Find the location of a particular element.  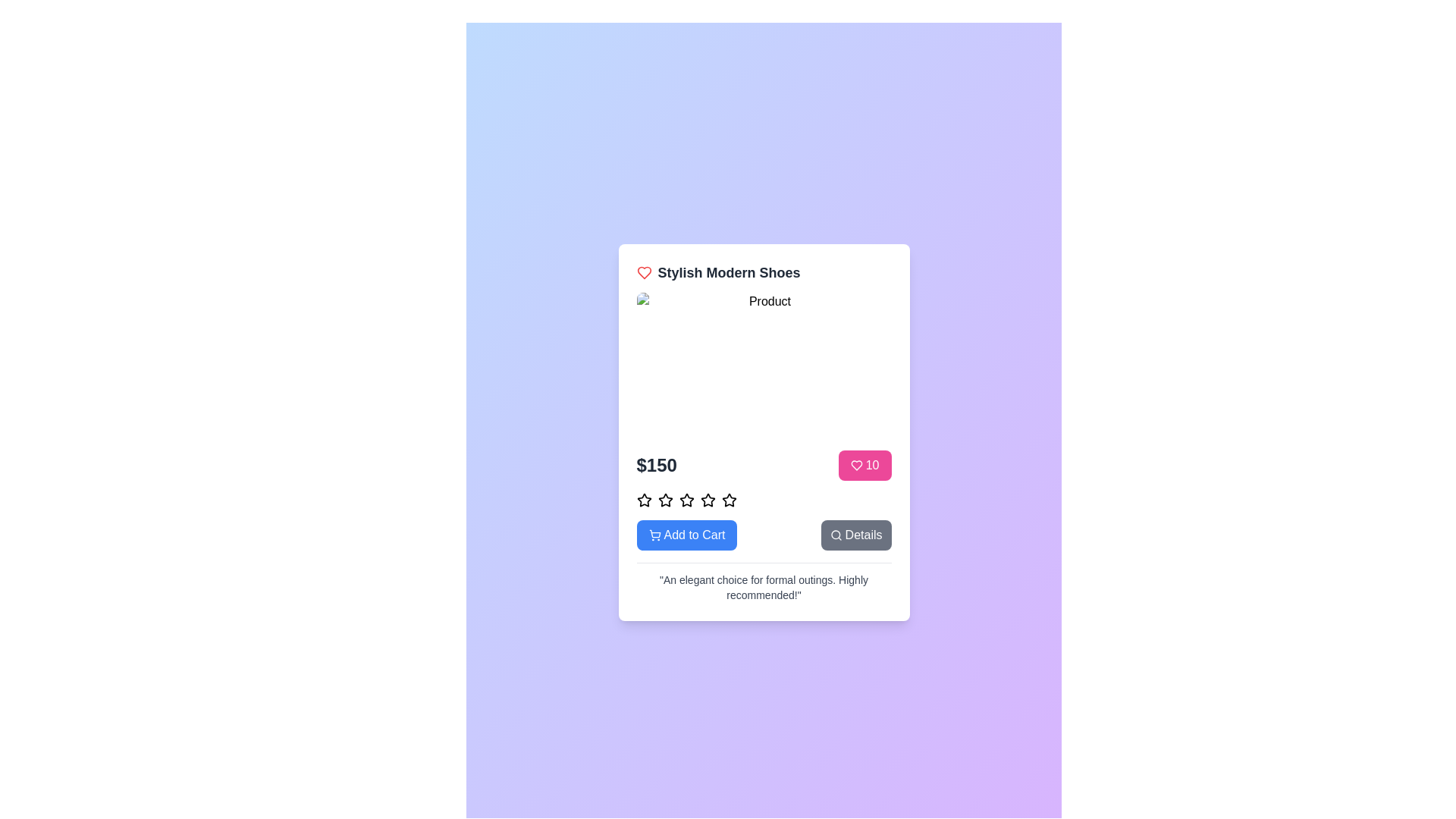

the heart SVG icon located to the right of the price tag ($150) and aligned with the pink label displaying '10' is located at coordinates (644, 271).